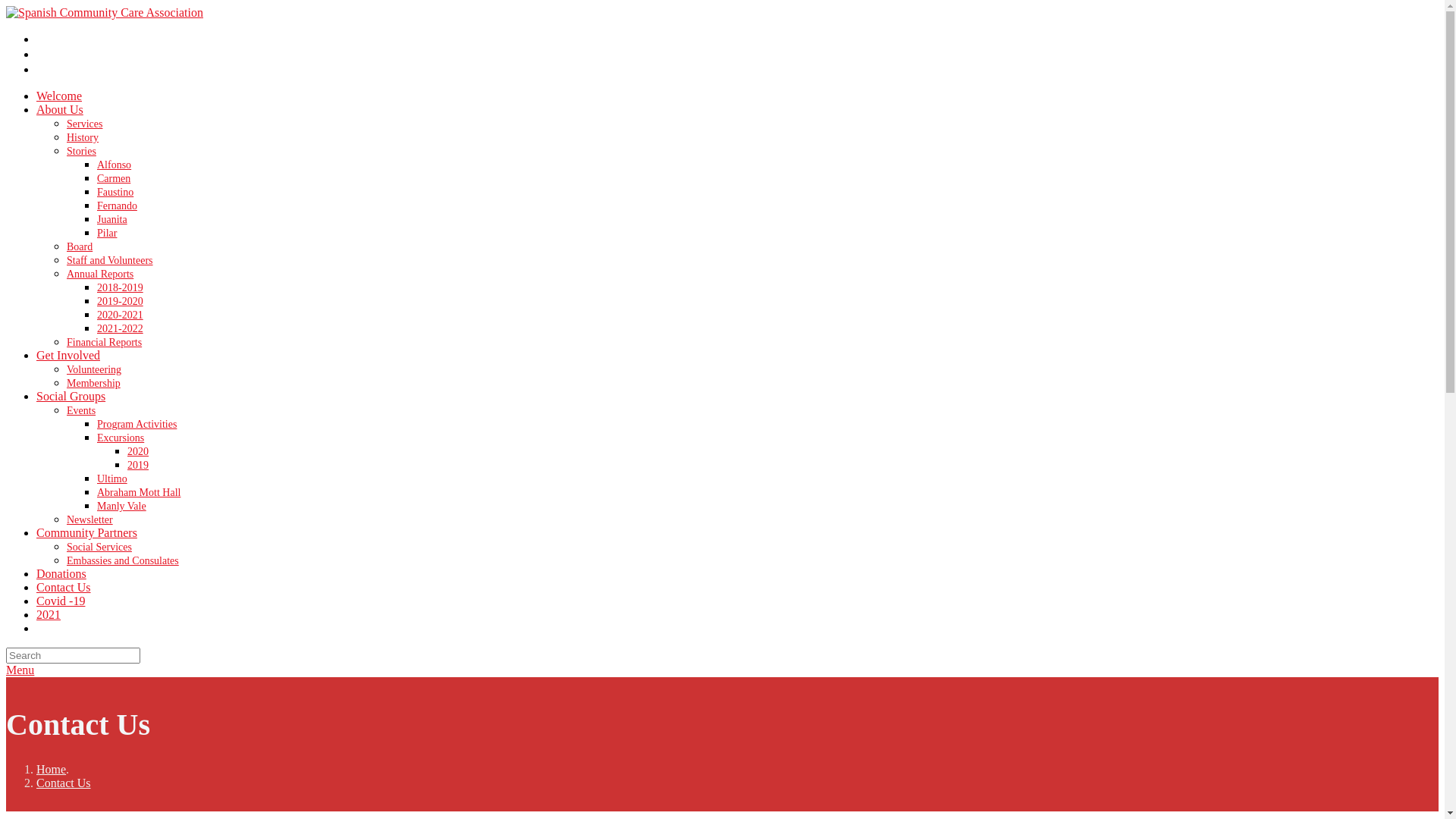  I want to click on 'Contact Us', so click(62, 783).